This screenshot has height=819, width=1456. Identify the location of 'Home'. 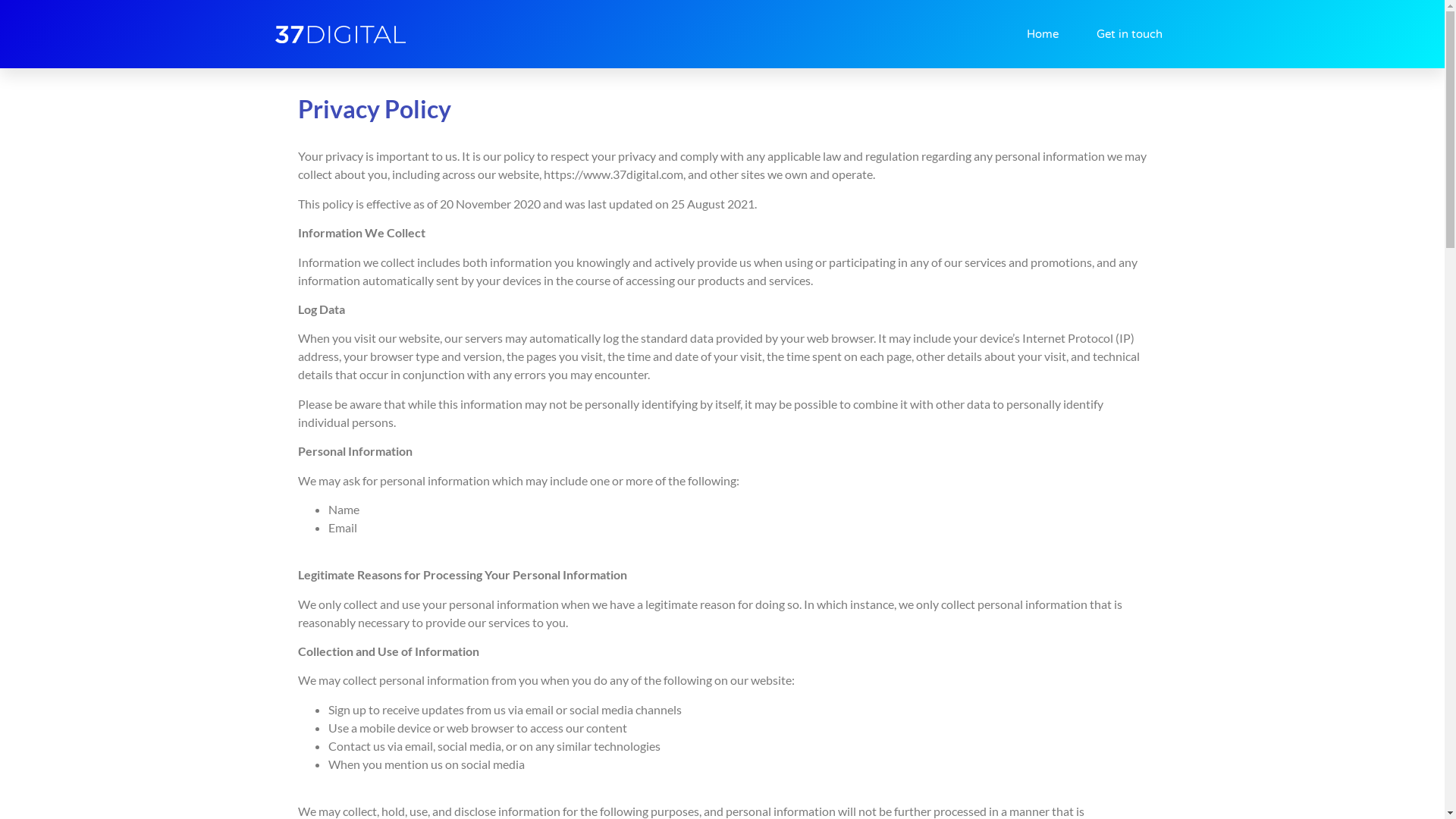
(1041, 34).